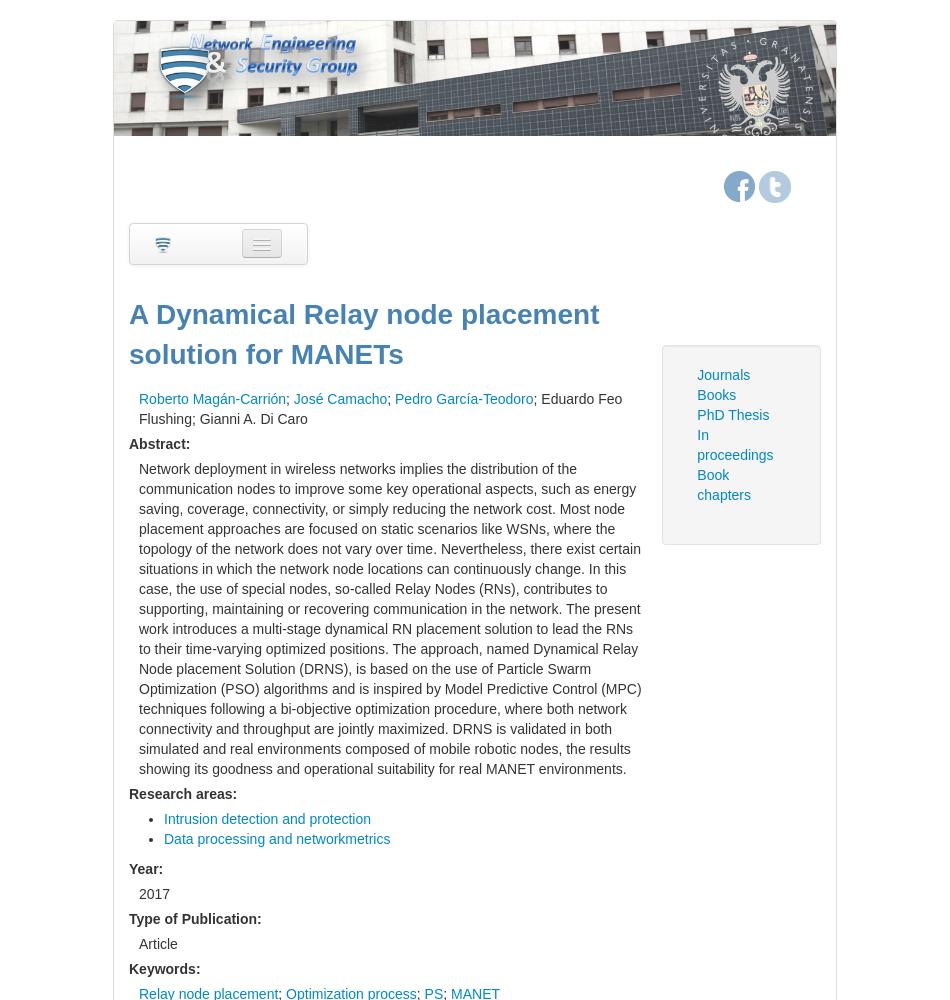  I want to click on 'Roberto Magán-Carrión', so click(212, 398).